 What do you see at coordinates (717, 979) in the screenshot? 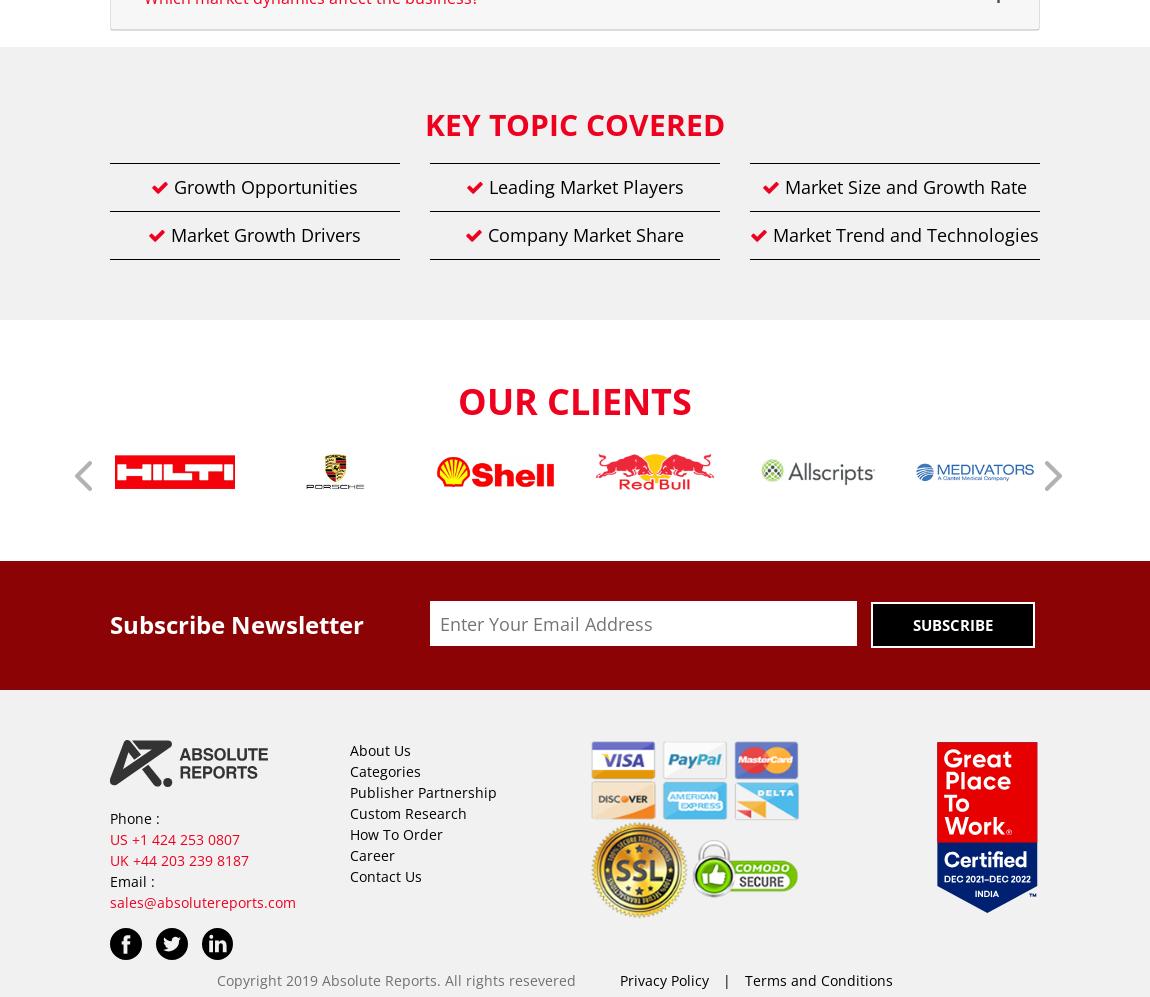
I see `'|'` at bounding box center [717, 979].